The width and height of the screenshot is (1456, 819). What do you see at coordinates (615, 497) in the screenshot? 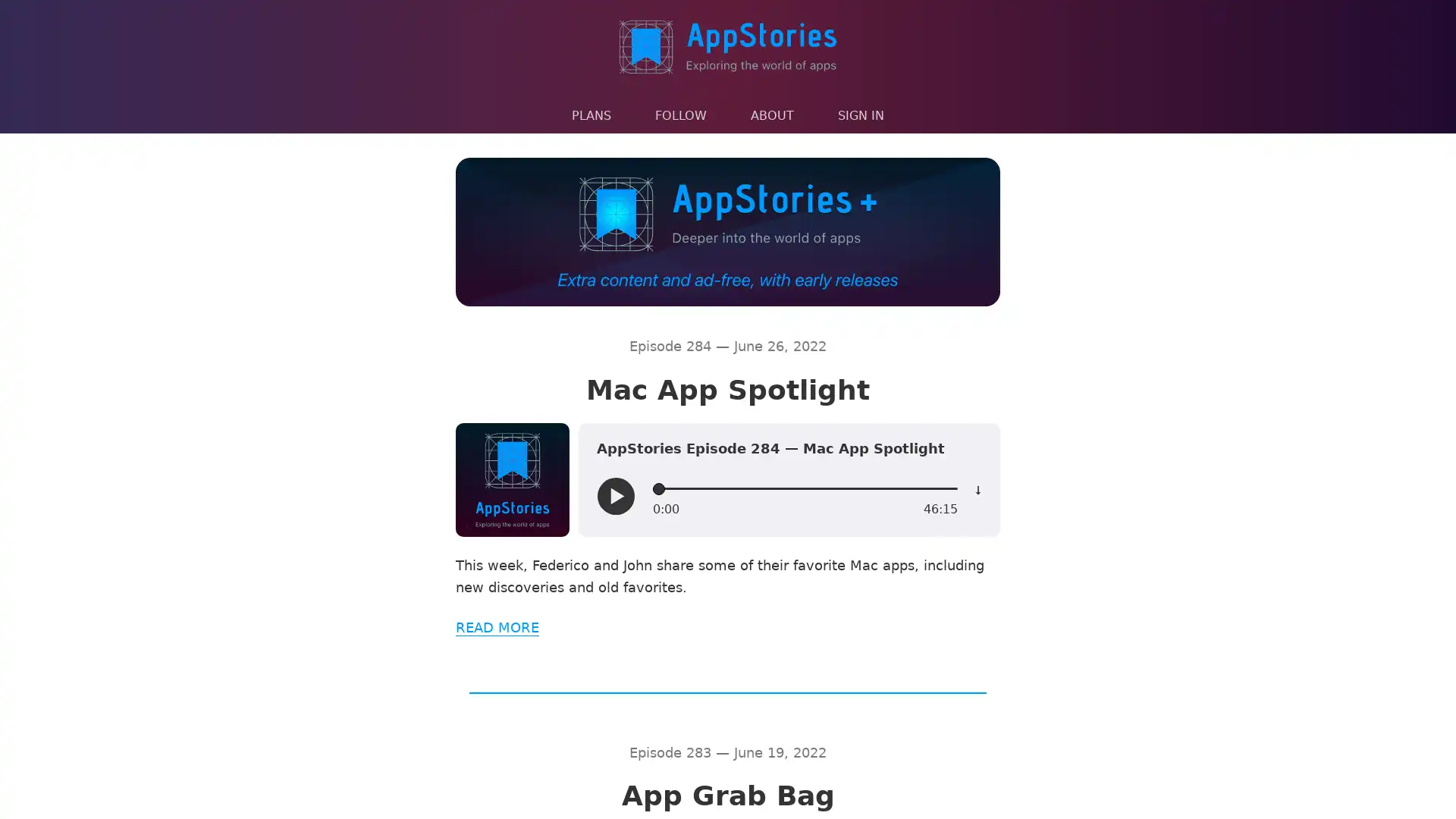
I see `Play` at bounding box center [615, 497].